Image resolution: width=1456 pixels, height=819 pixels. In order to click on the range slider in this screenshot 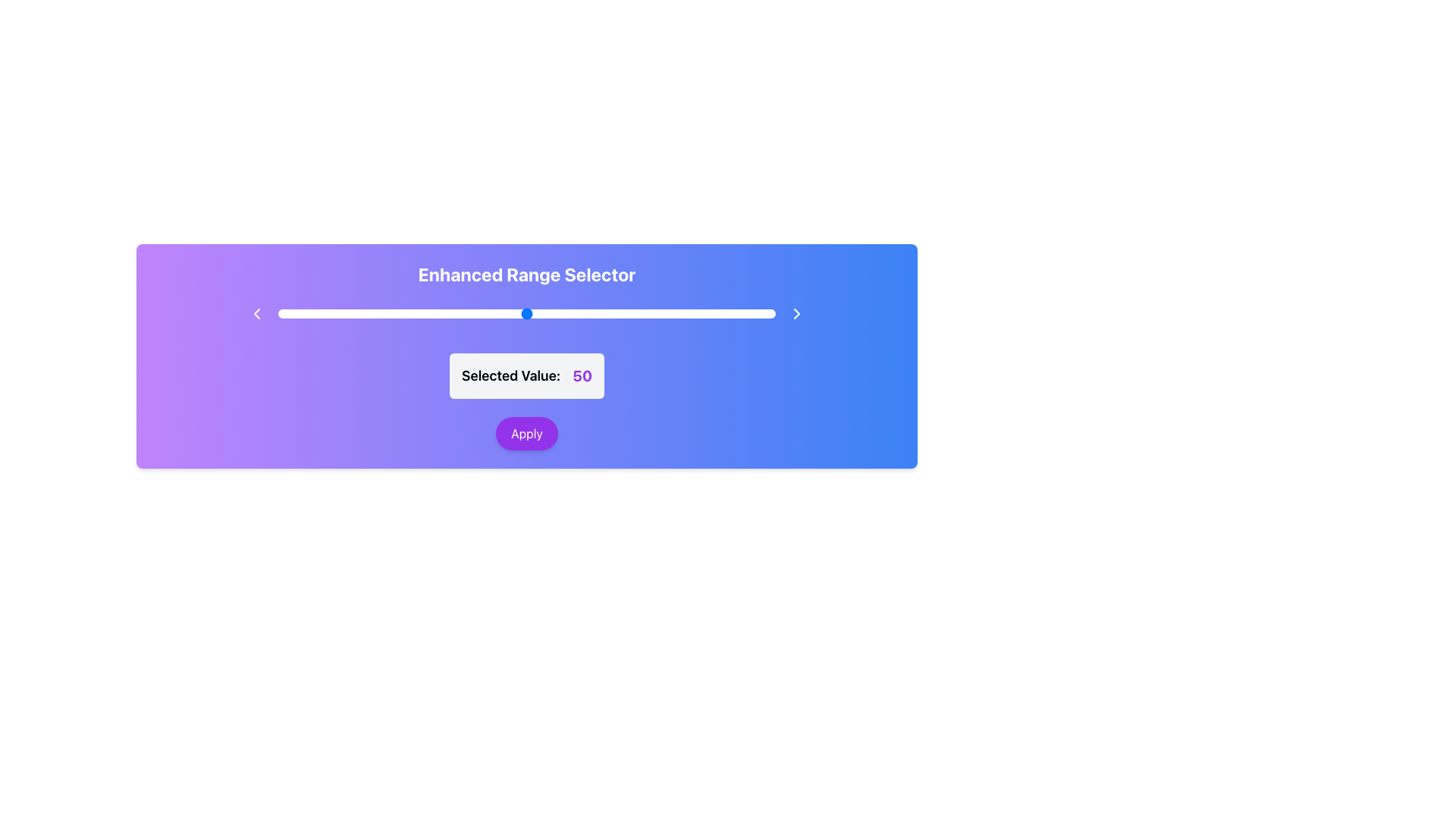, I will do `click(512, 312)`.